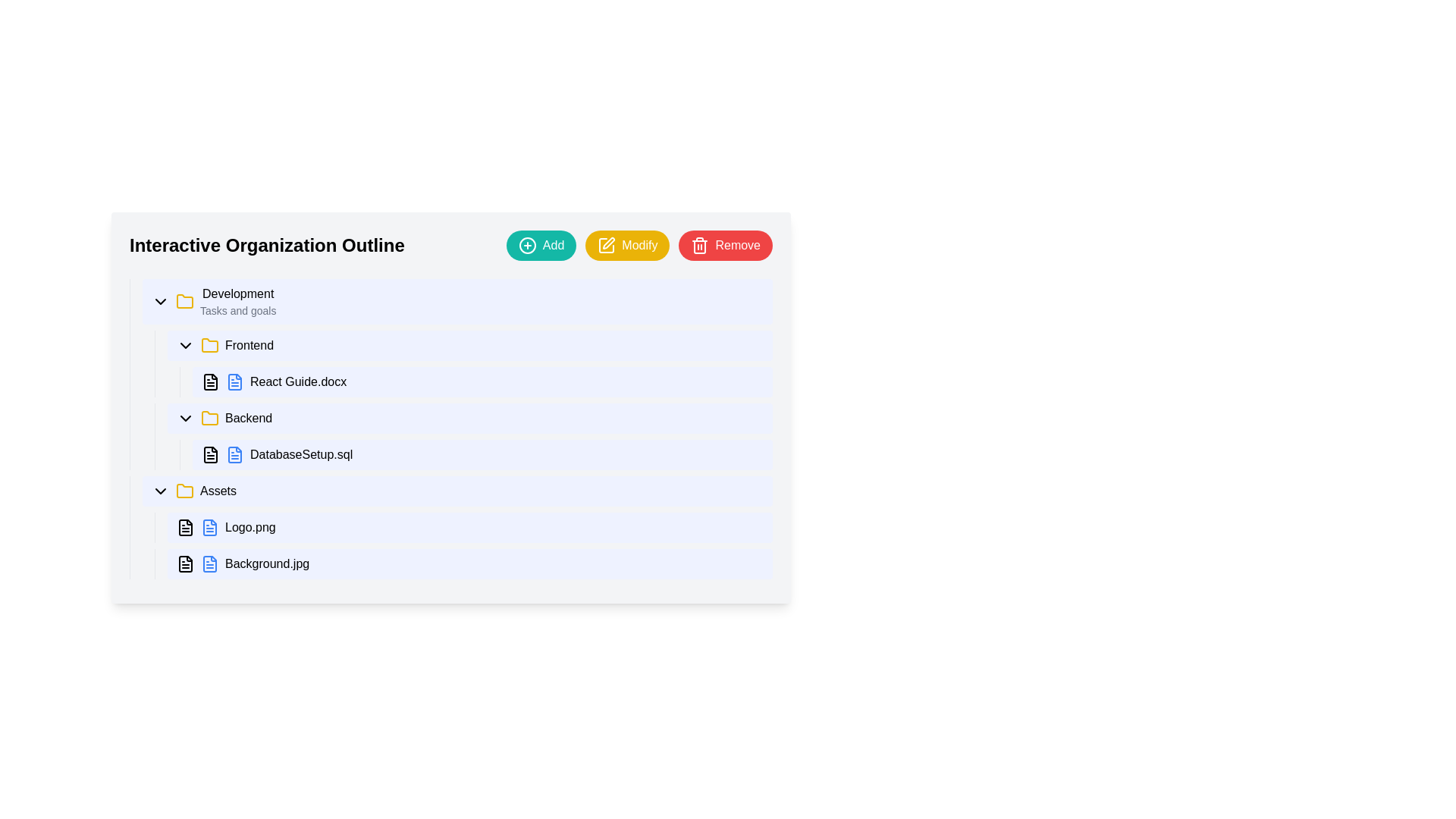  Describe the element at coordinates (209, 564) in the screenshot. I see `on the file entry icon for 'Background.jpg' located in the bottom section of the list under the 'Assets' category` at that location.